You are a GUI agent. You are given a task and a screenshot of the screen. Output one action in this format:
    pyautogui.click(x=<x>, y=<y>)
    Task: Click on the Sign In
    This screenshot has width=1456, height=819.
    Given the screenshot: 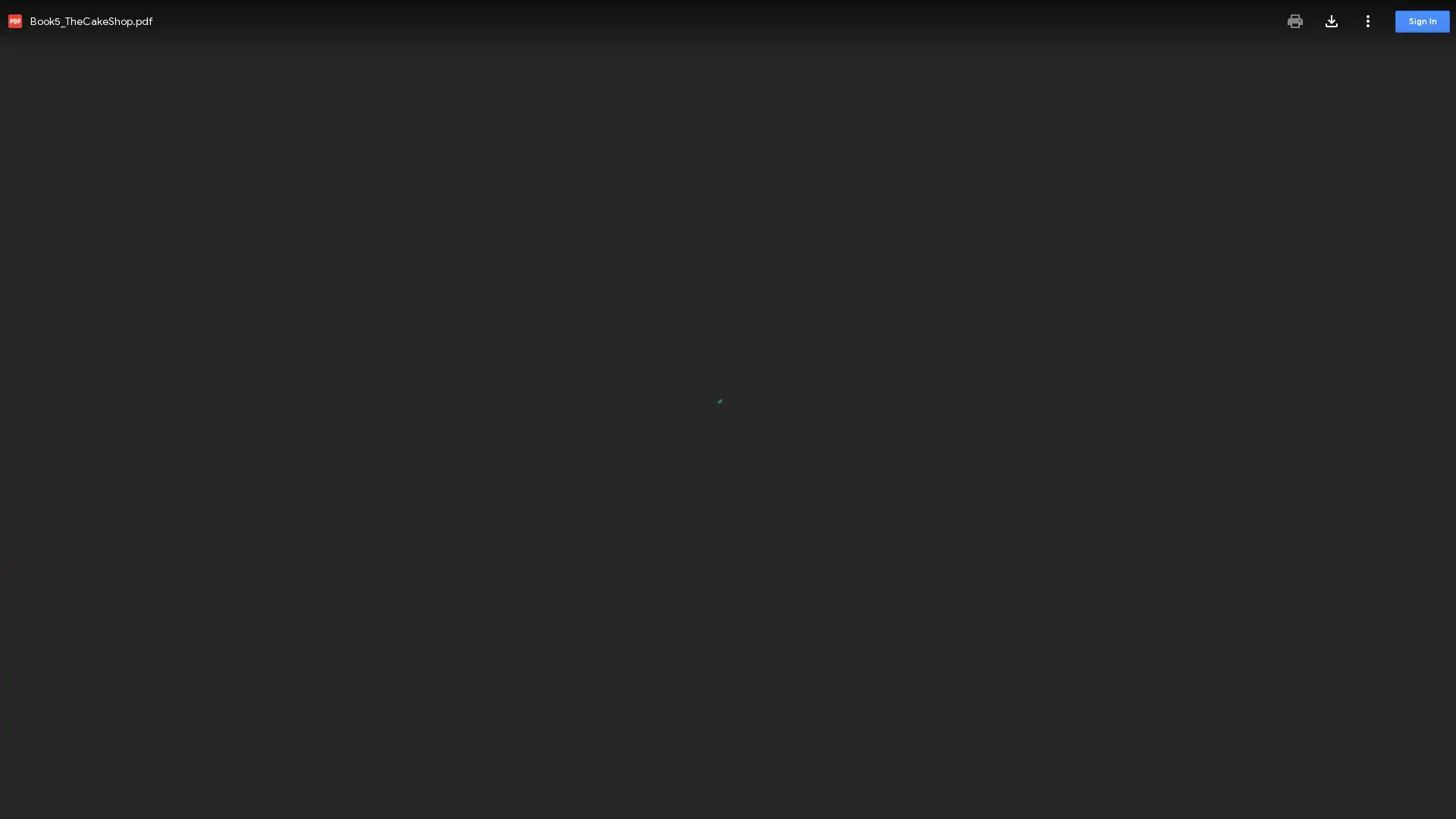 What is the action you would take?
    pyautogui.click(x=1422, y=21)
    